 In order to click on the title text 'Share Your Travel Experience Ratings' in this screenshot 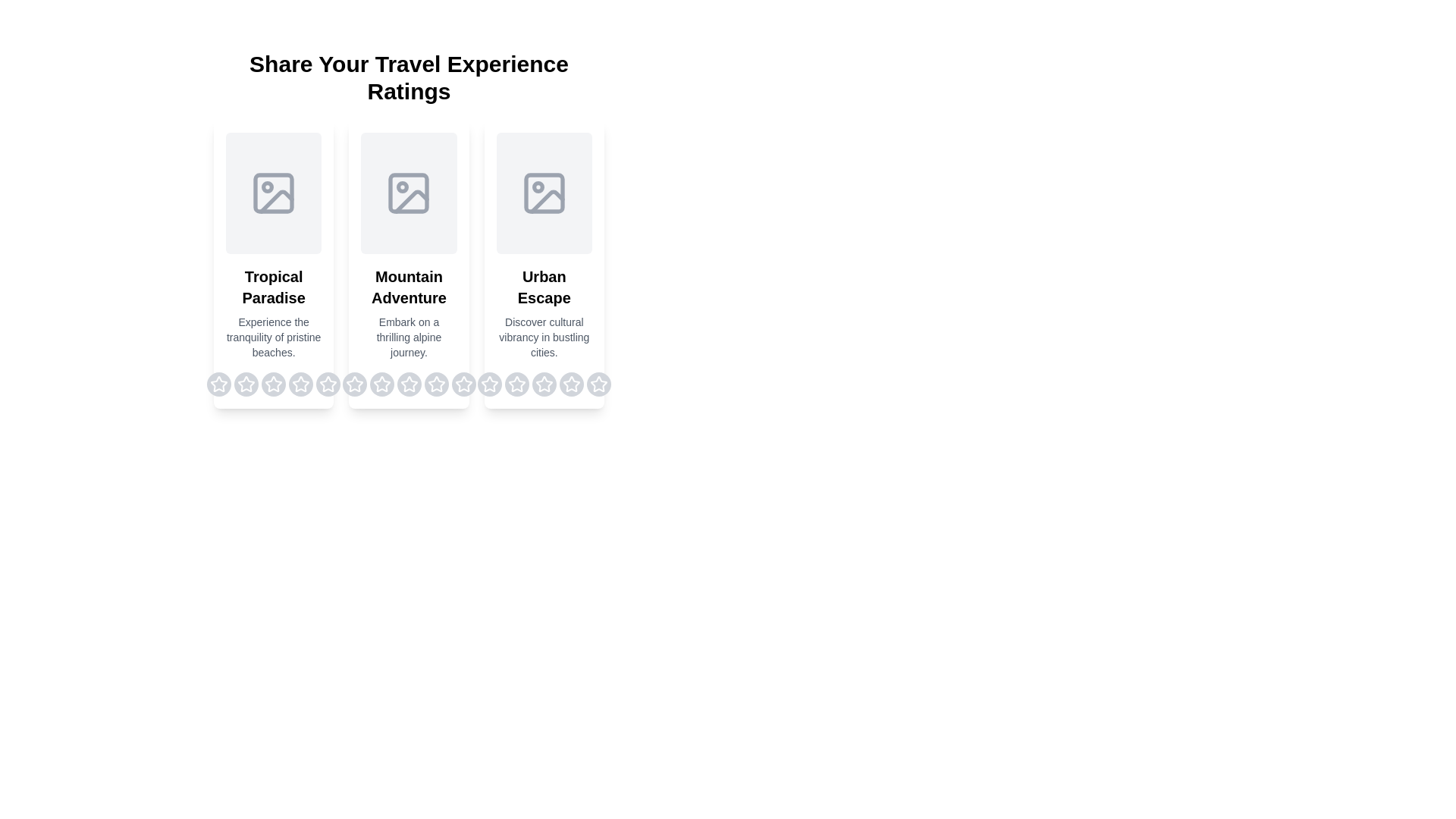, I will do `click(409, 78)`.